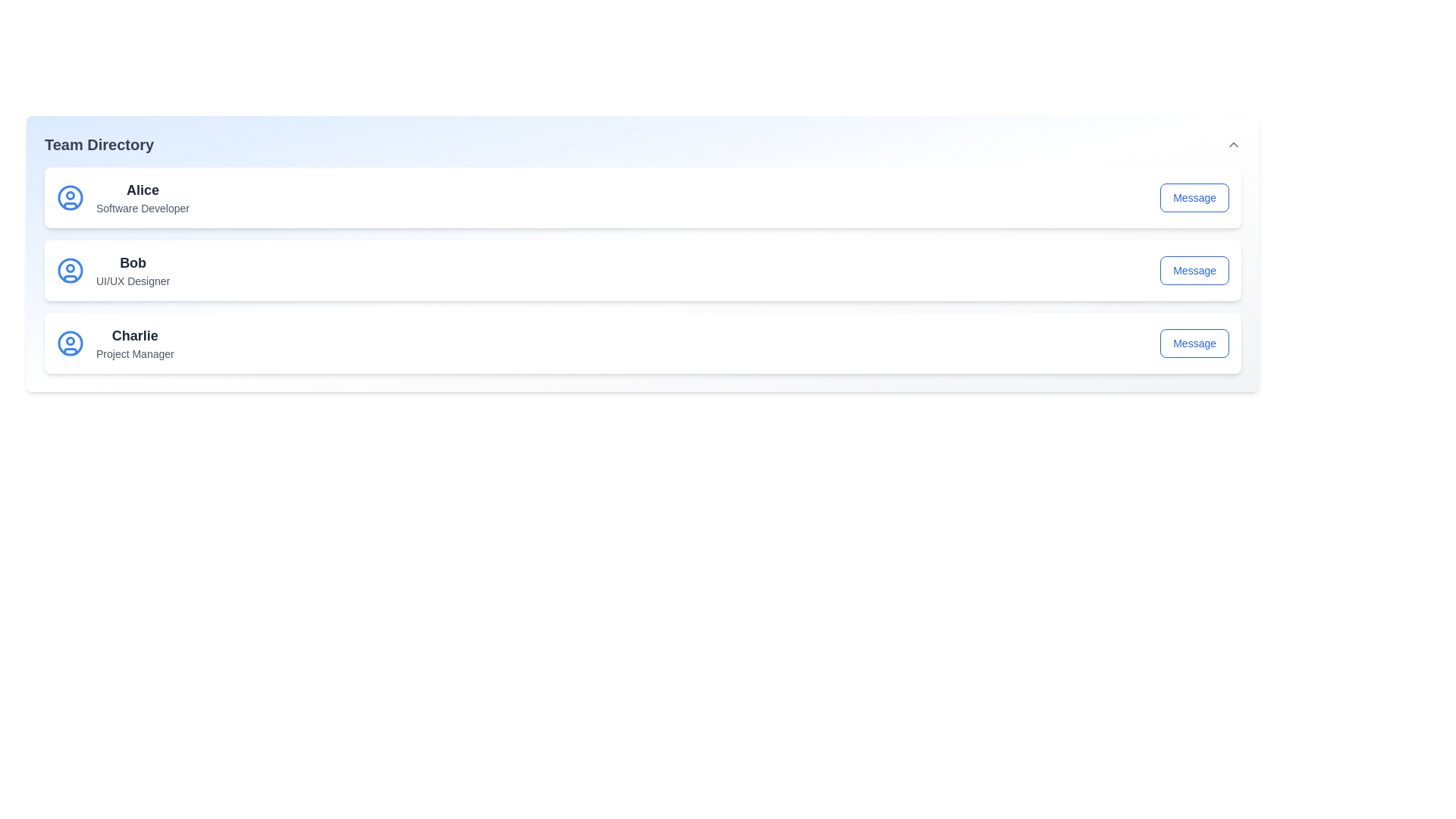 This screenshot has height=819, width=1456. I want to click on the circular icon with a blue outline that features a stylized user silhouette, located to the left of the label 'Charlie Project Manager', so click(69, 343).